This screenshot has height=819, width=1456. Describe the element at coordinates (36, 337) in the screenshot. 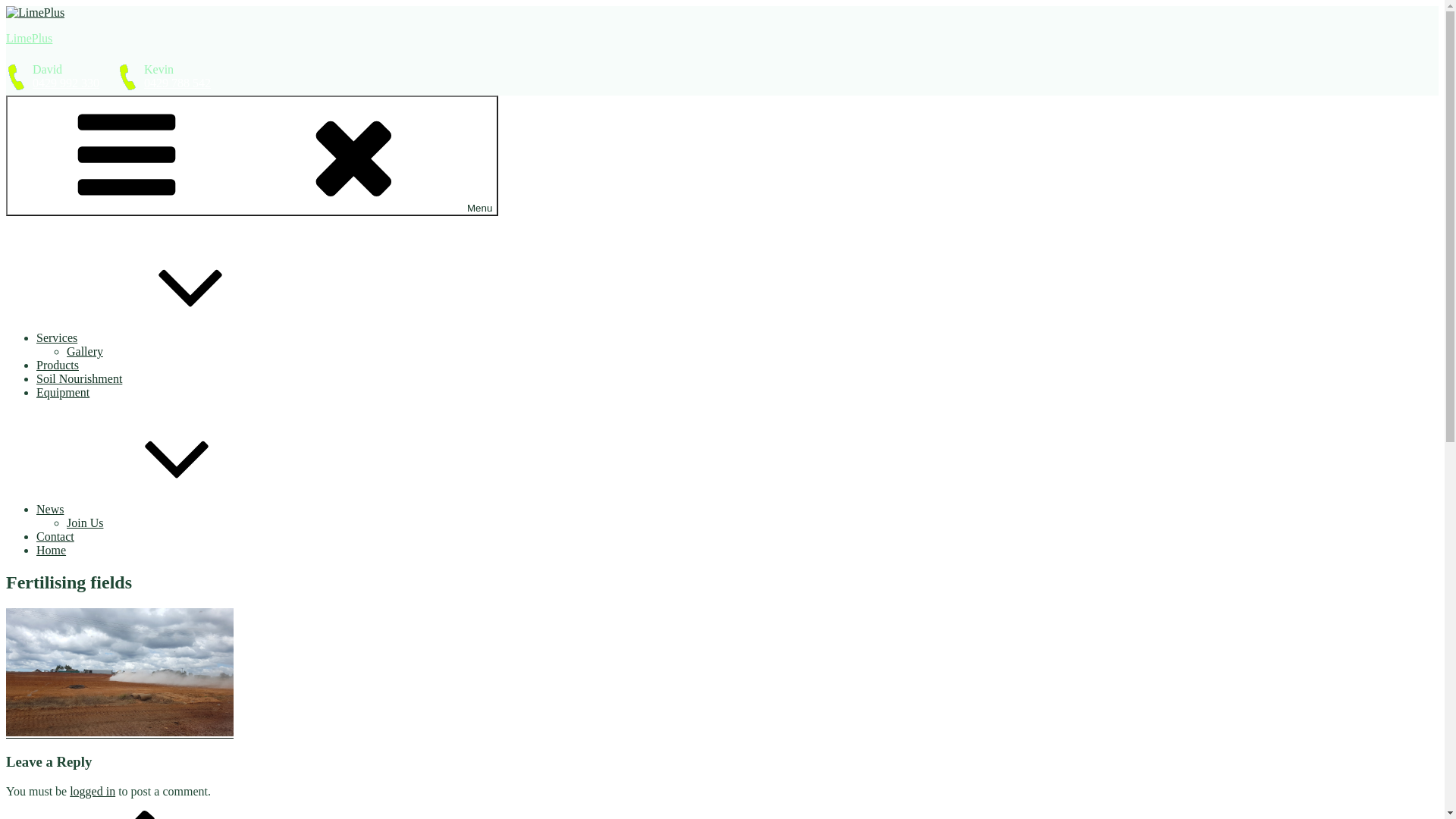

I see `'Services'` at that location.